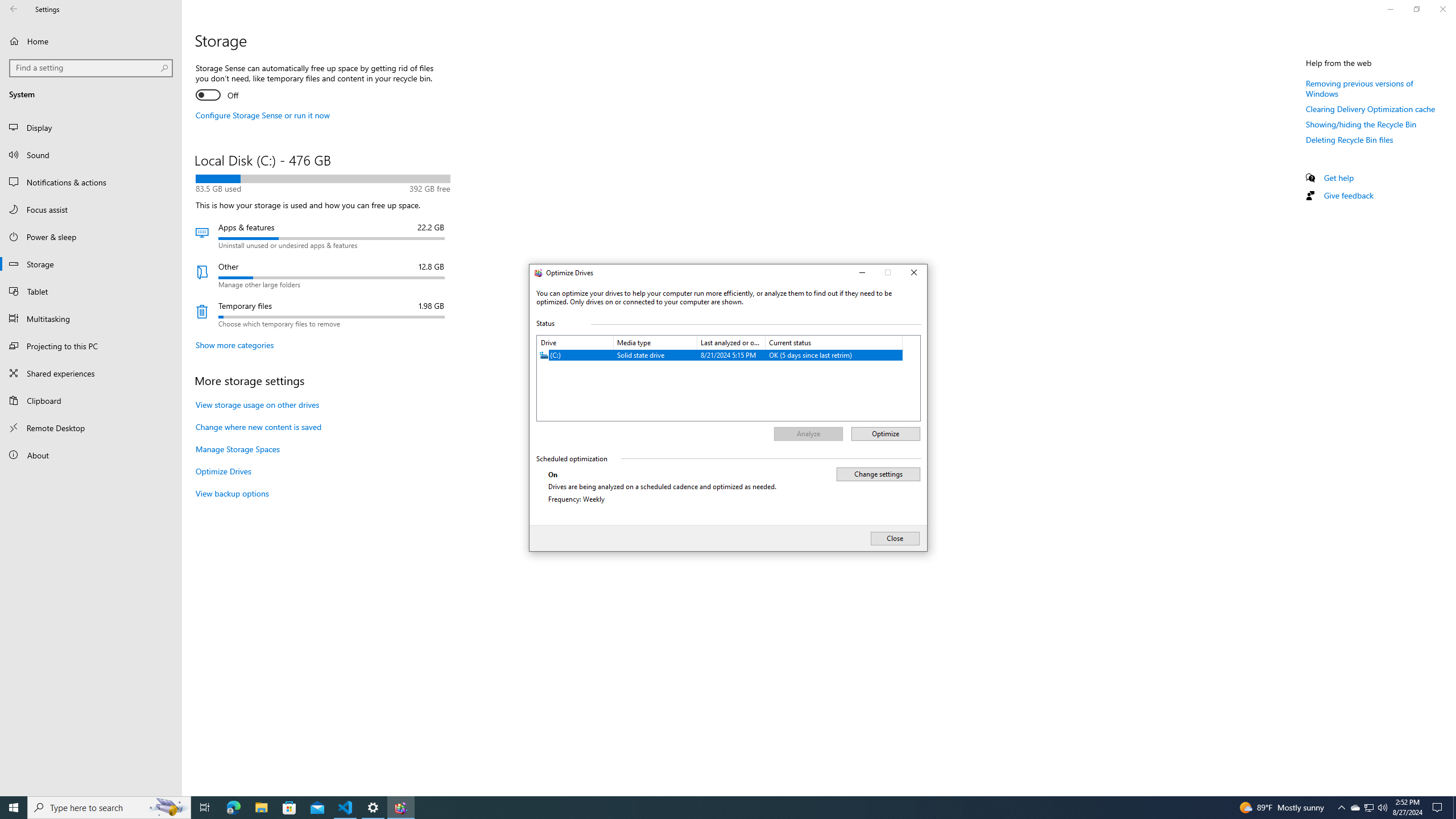  I want to click on 'Start', so click(14, 806).